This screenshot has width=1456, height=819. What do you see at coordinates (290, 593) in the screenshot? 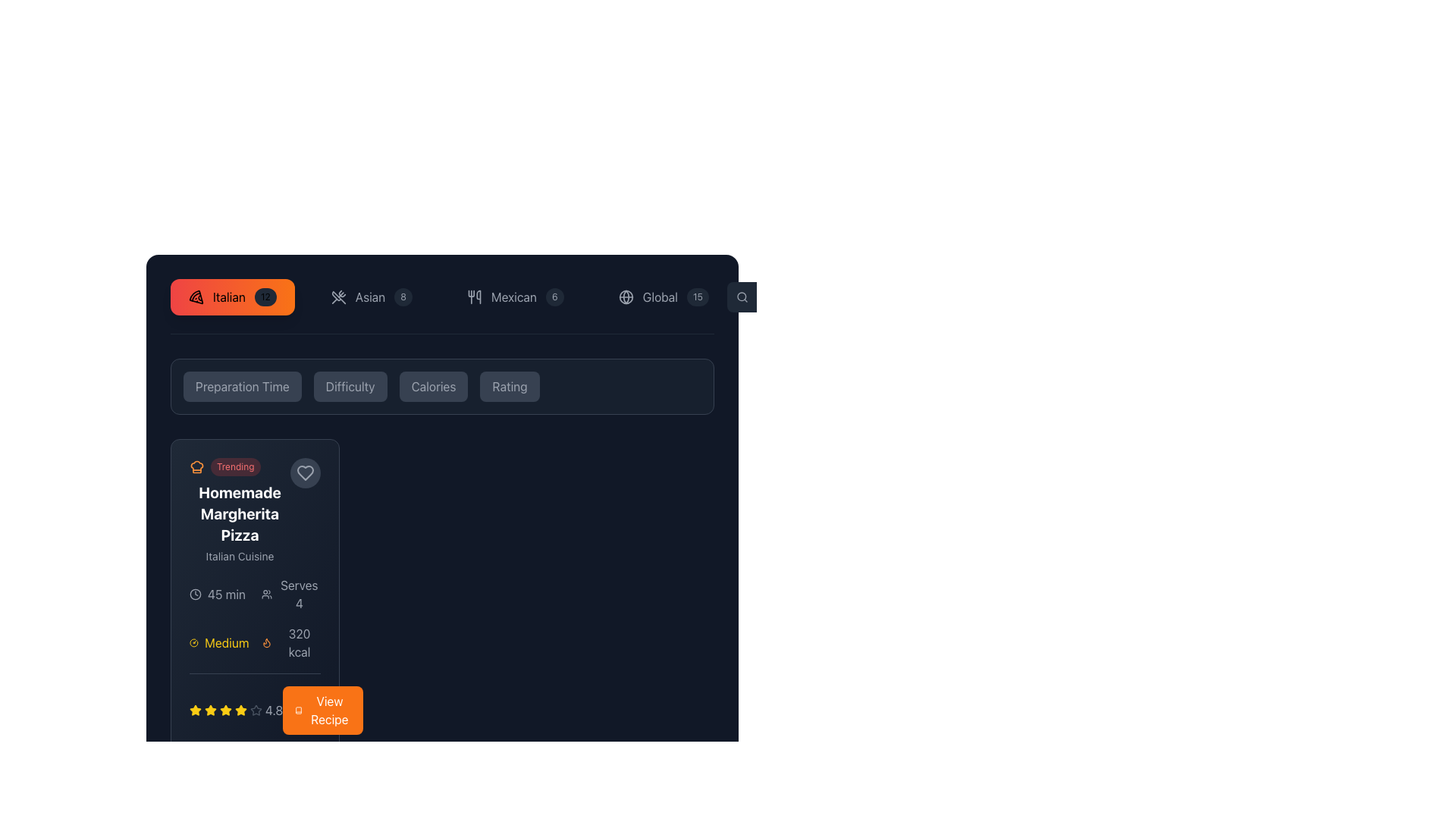
I see `the associated icon of the 'Serves 4' label, which is styled with a gray font and is the second item in a horizontal arrangement within a card component` at bounding box center [290, 593].